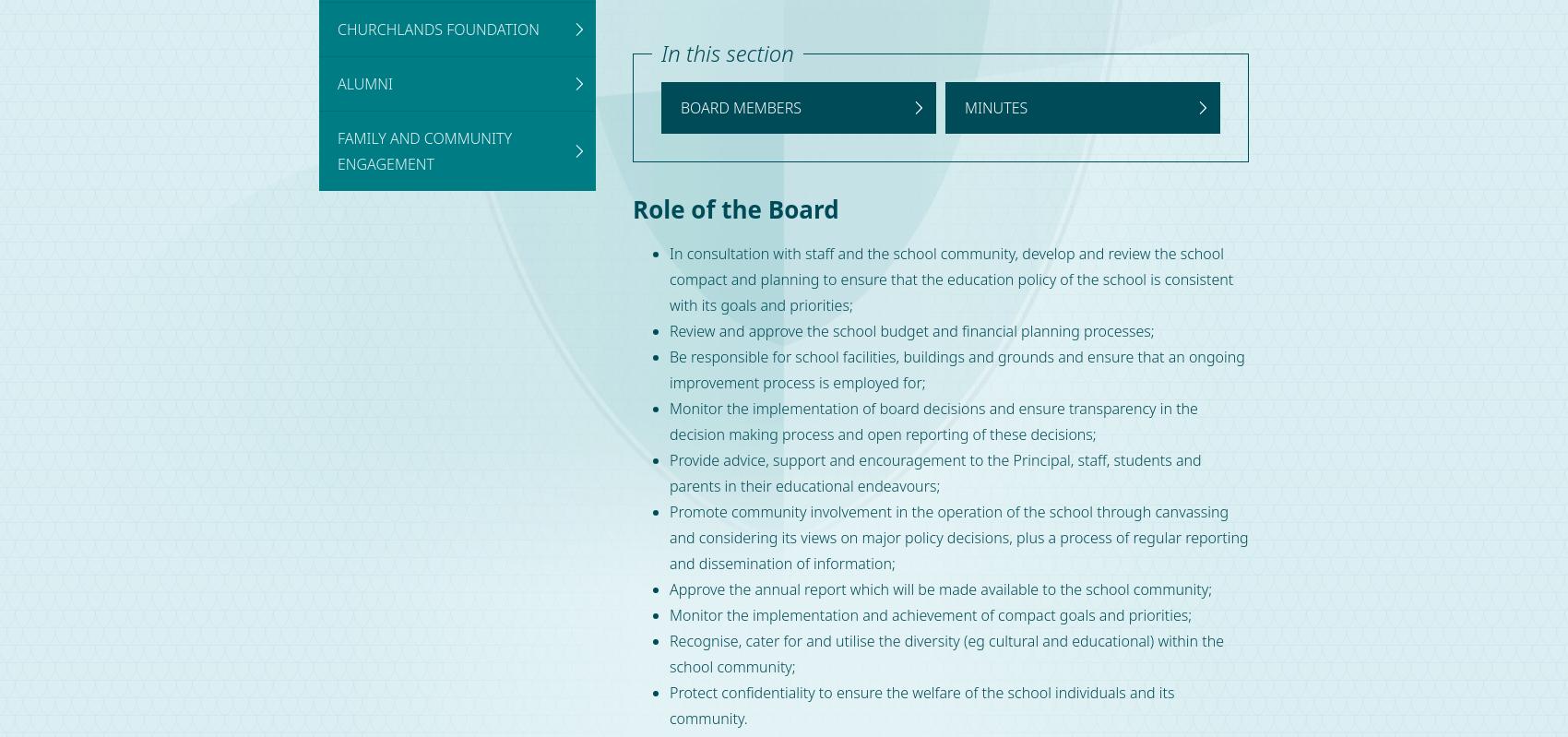 This screenshot has height=737, width=1568. Describe the element at coordinates (996, 106) in the screenshot. I see `'Minutes'` at that location.